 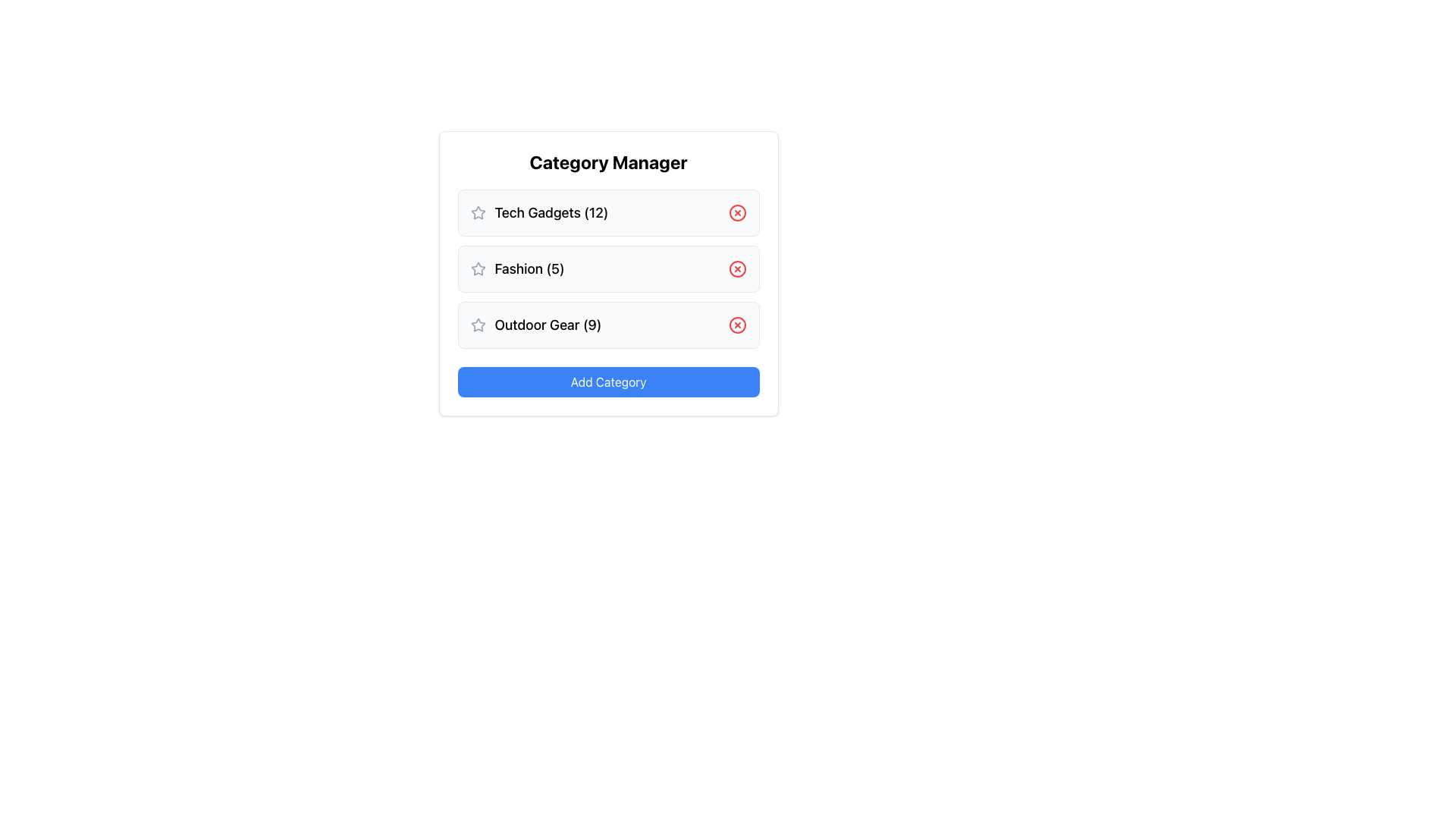 What do you see at coordinates (608, 162) in the screenshot?
I see `the text header labeled 'Category Manager', which is styled in bold and larger font, positioned at the top of its content card` at bounding box center [608, 162].